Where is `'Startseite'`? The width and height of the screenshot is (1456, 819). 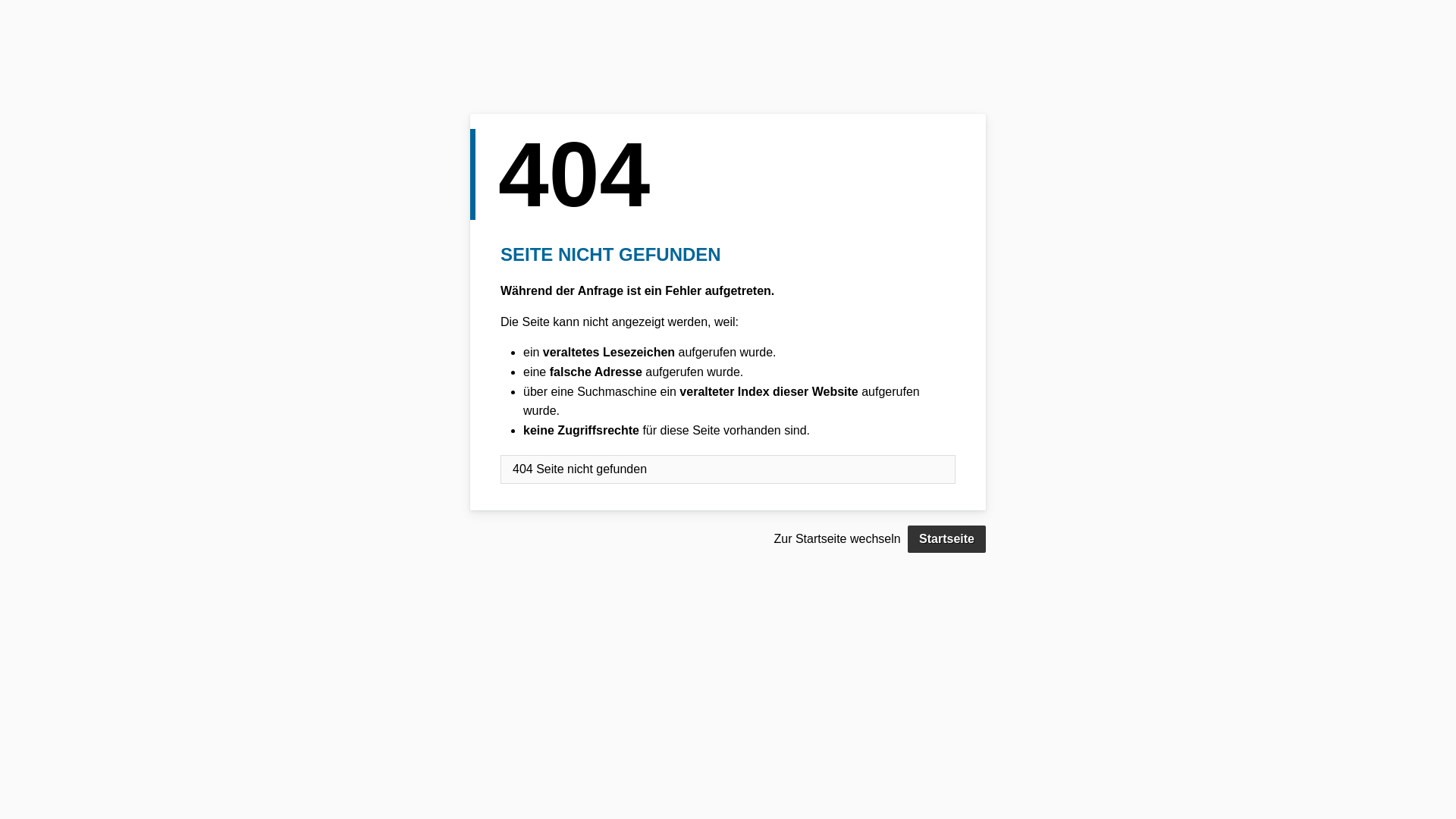
'Startseite' is located at coordinates (907, 538).